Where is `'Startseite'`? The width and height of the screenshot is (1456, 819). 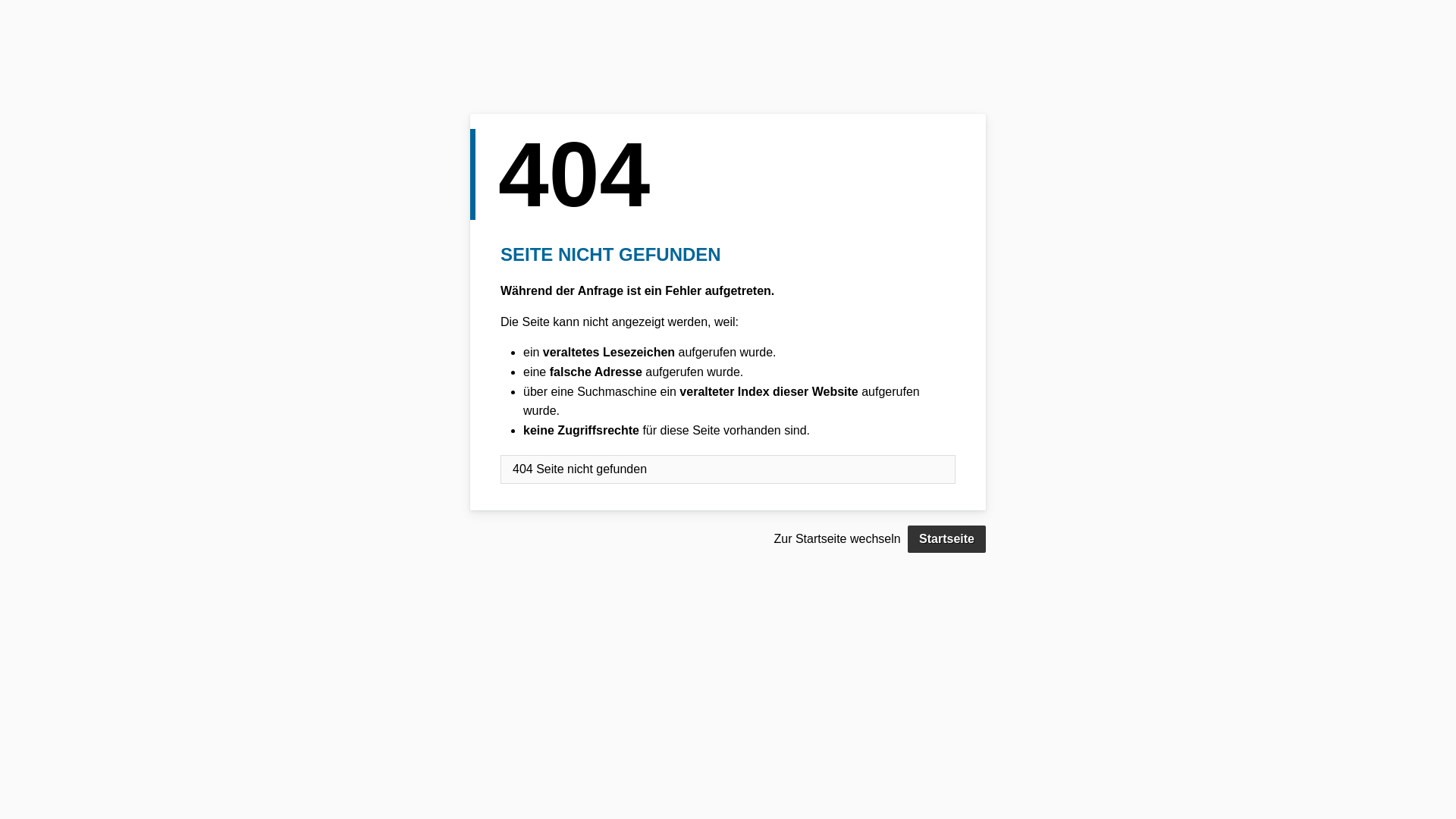
'Startseite' is located at coordinates (907, 538).